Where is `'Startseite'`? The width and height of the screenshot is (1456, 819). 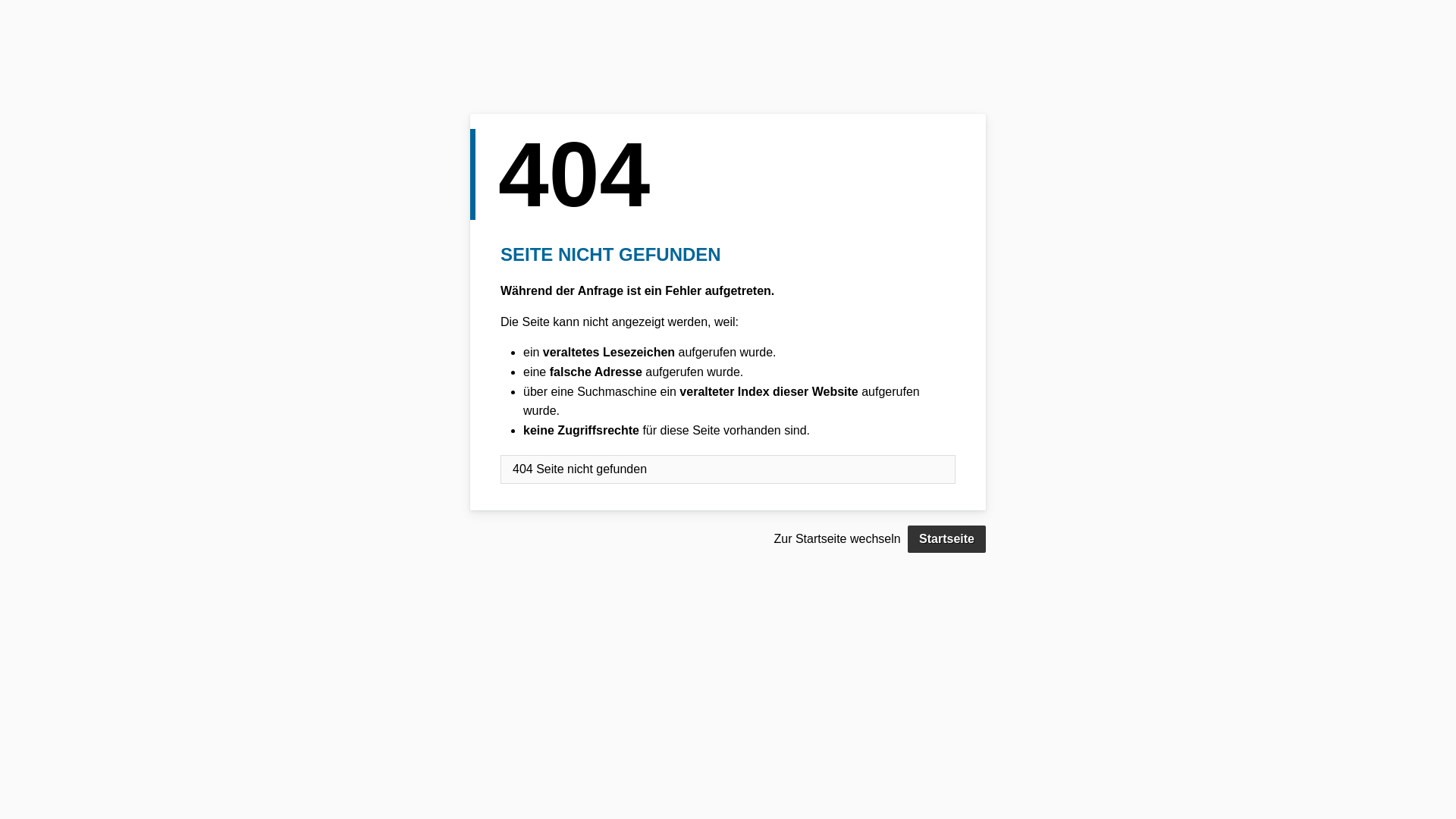
'Startseite' is located at coordinates (907, 538).